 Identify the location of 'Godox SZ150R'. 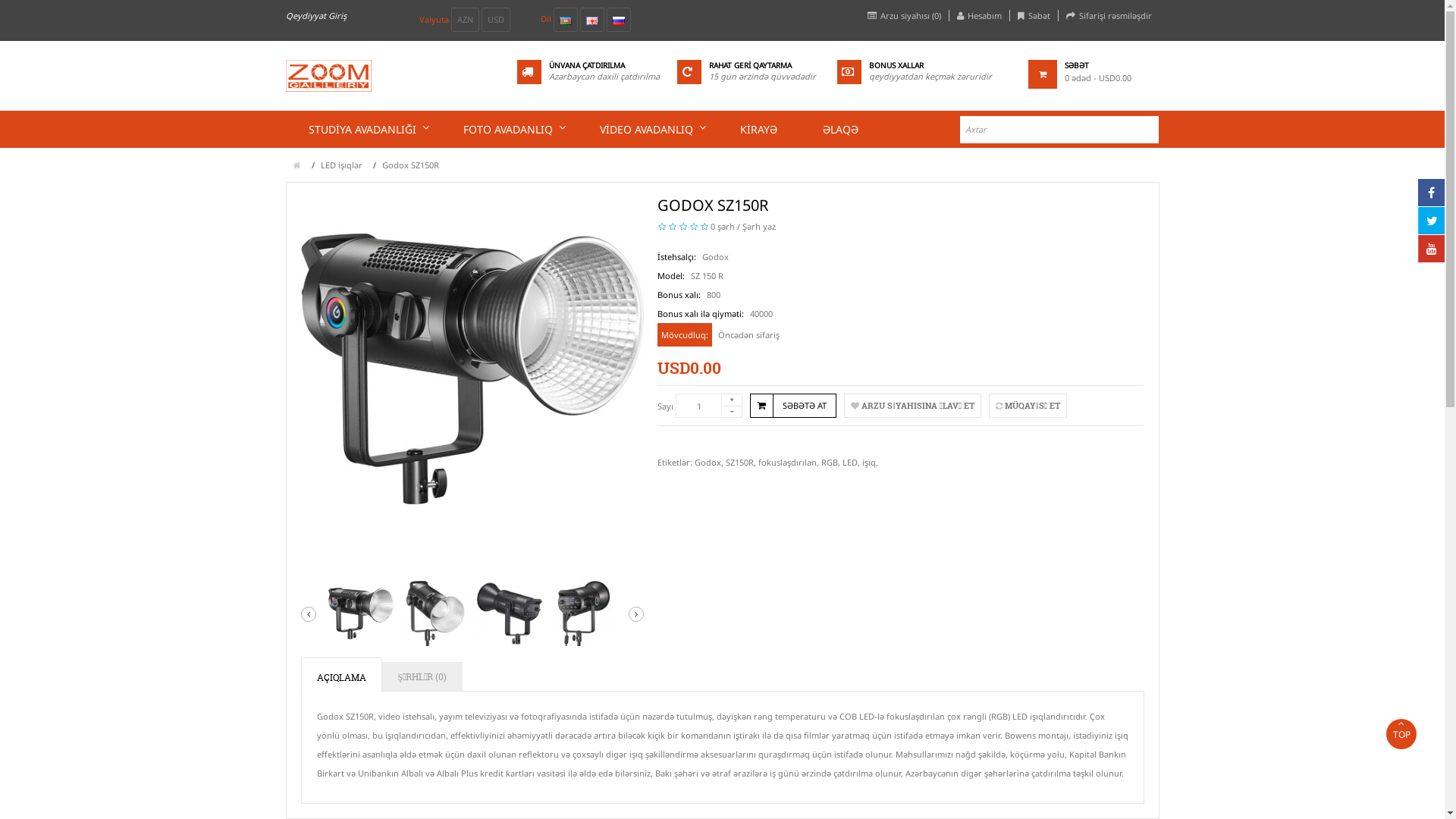
(410, 165).